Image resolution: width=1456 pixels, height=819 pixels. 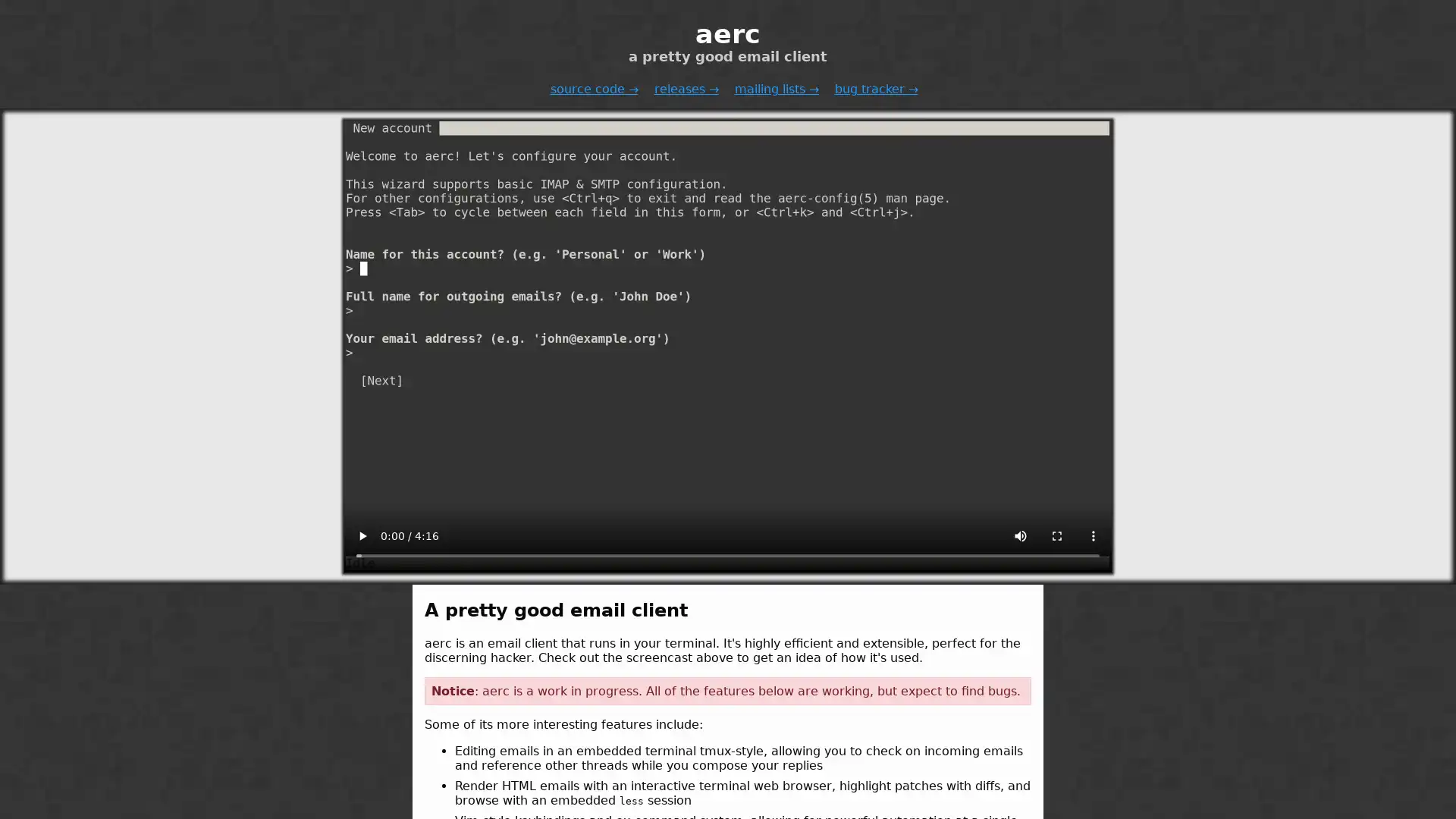 What do you see at coordinates (1020, 535) in the screenshot?
I see `mute` at bounding box center [1020, 535].